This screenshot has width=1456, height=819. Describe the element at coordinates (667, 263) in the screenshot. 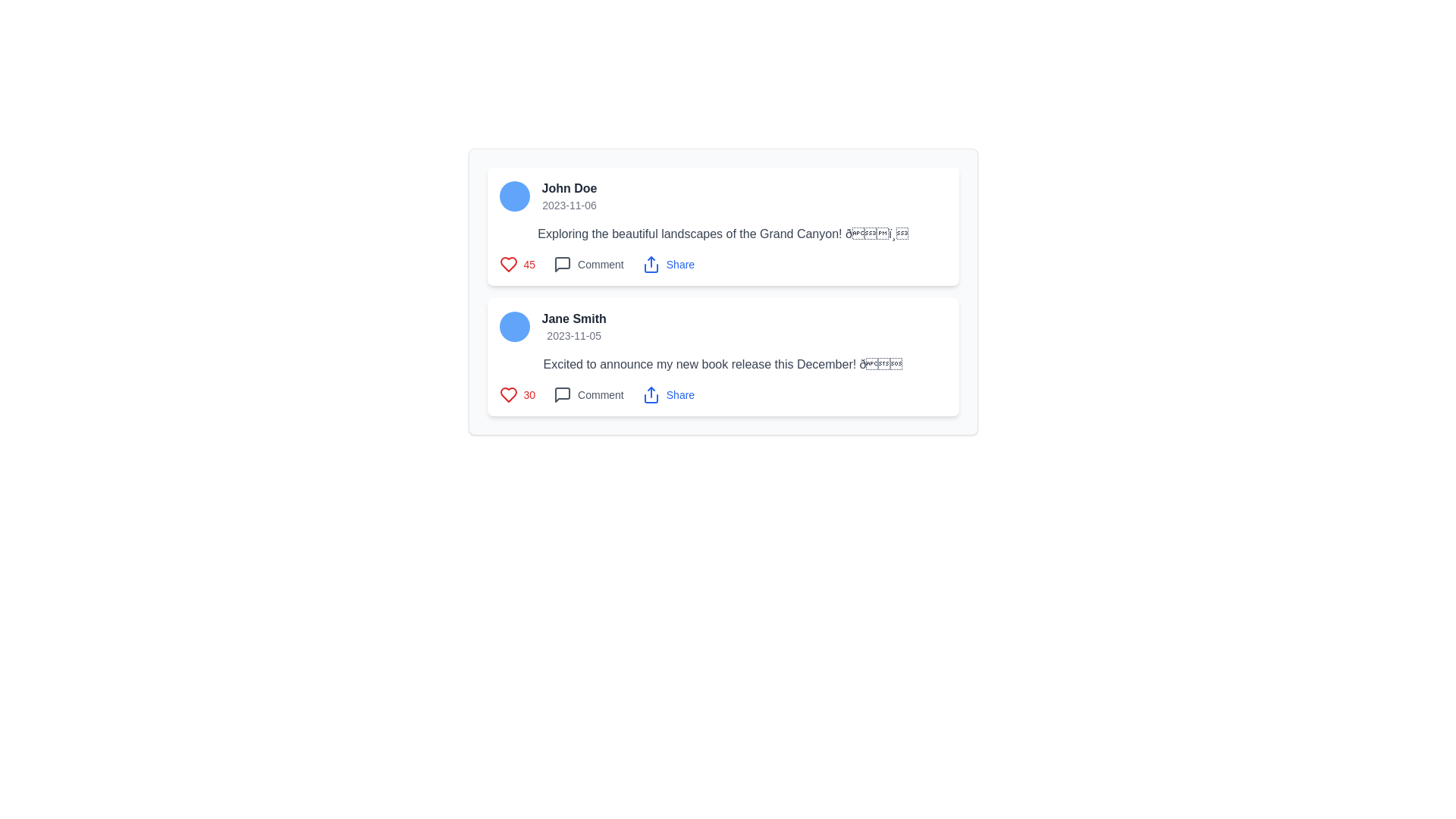

I see `the 'Share' button, which features an upward arrow icon and is styled in blue, located as the rightmost option under the text of a post` at that location.